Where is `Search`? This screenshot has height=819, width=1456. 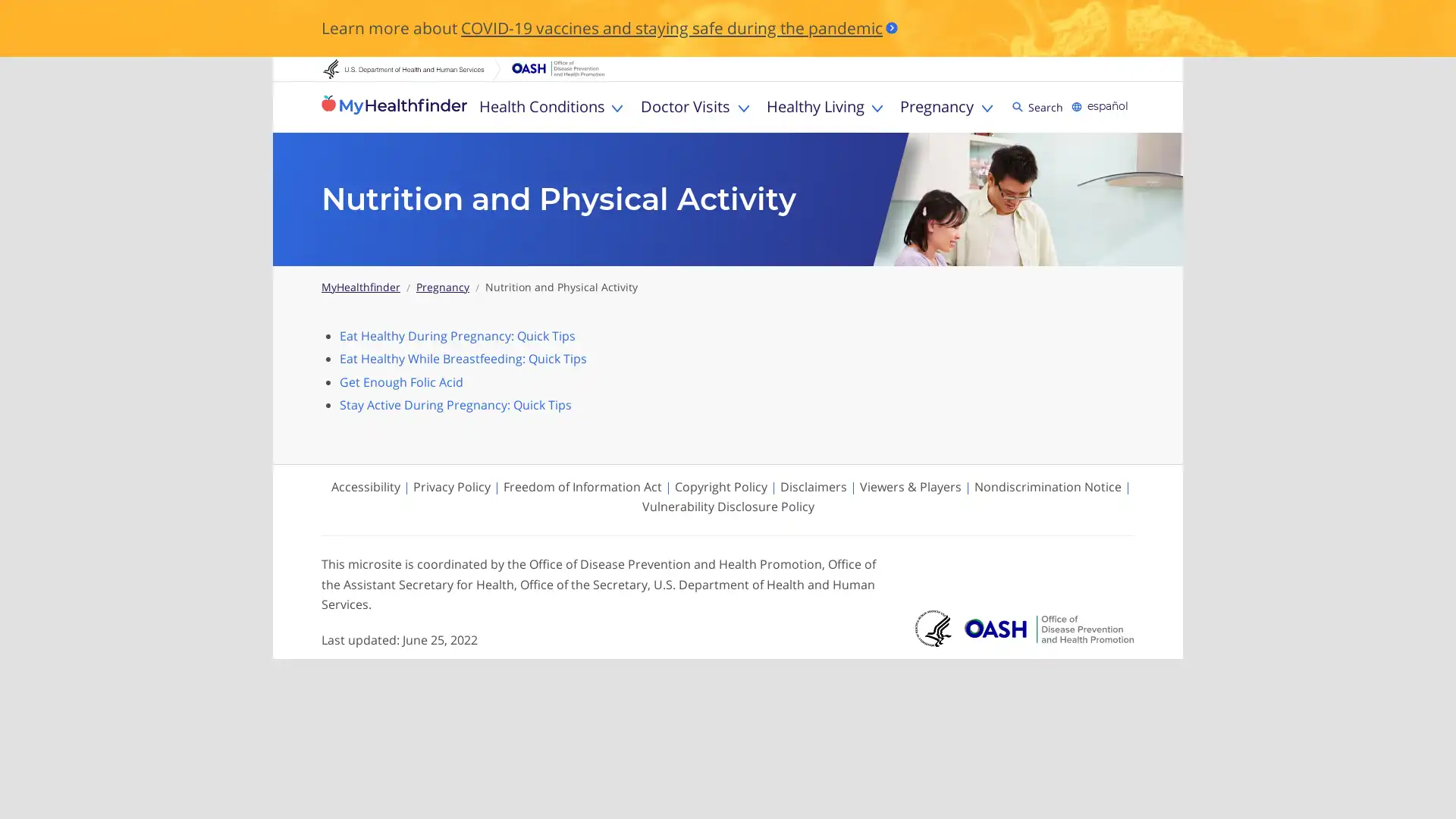
Search is located at coordinates (1039, 105).